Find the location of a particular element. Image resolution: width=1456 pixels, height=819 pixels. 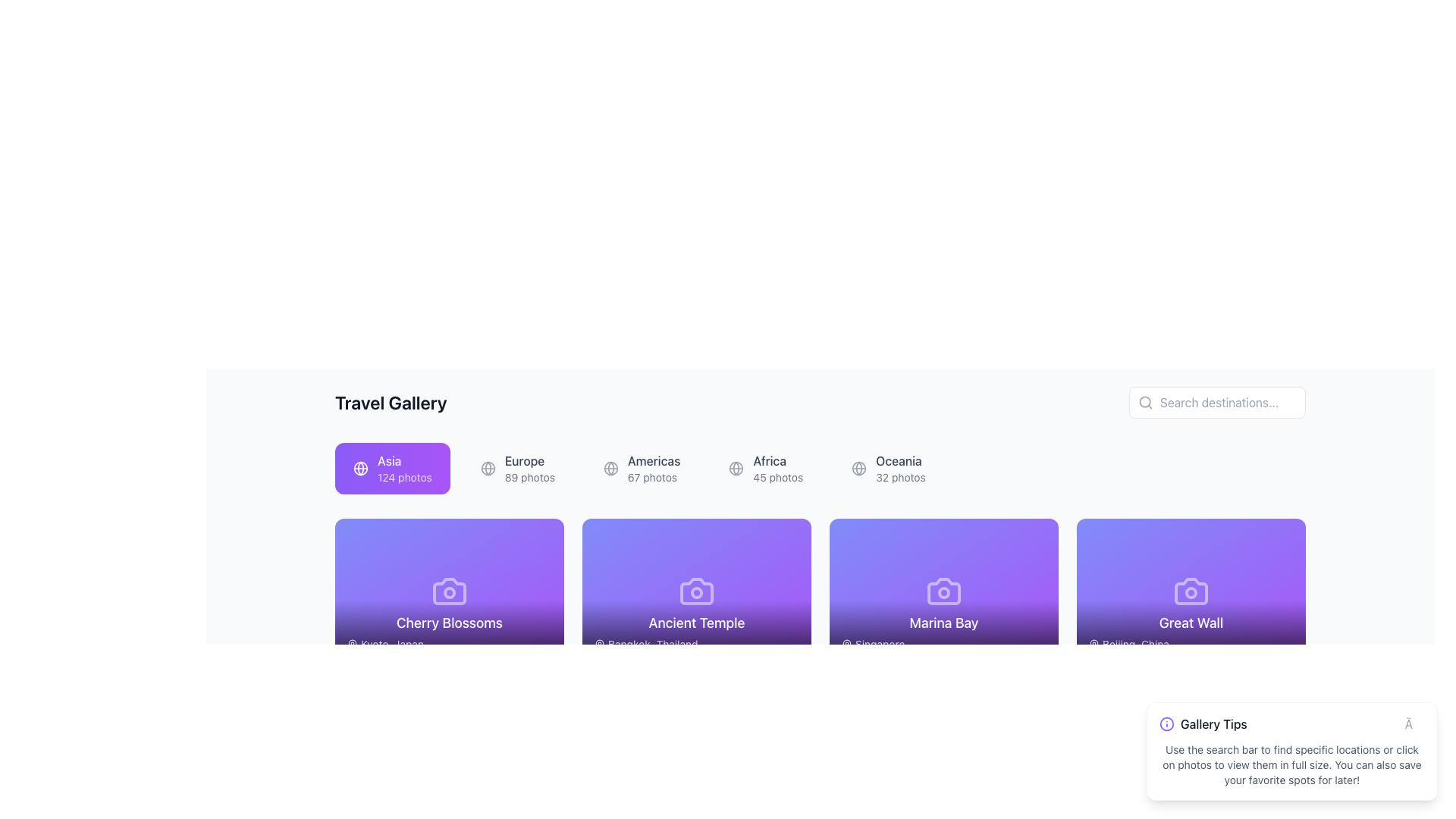

the 'Ancient Temple' text label, which is displayed in white on a purple-to-transparent gradient background, located at the bottom of its travel location card is located at coordinates (695, 623).